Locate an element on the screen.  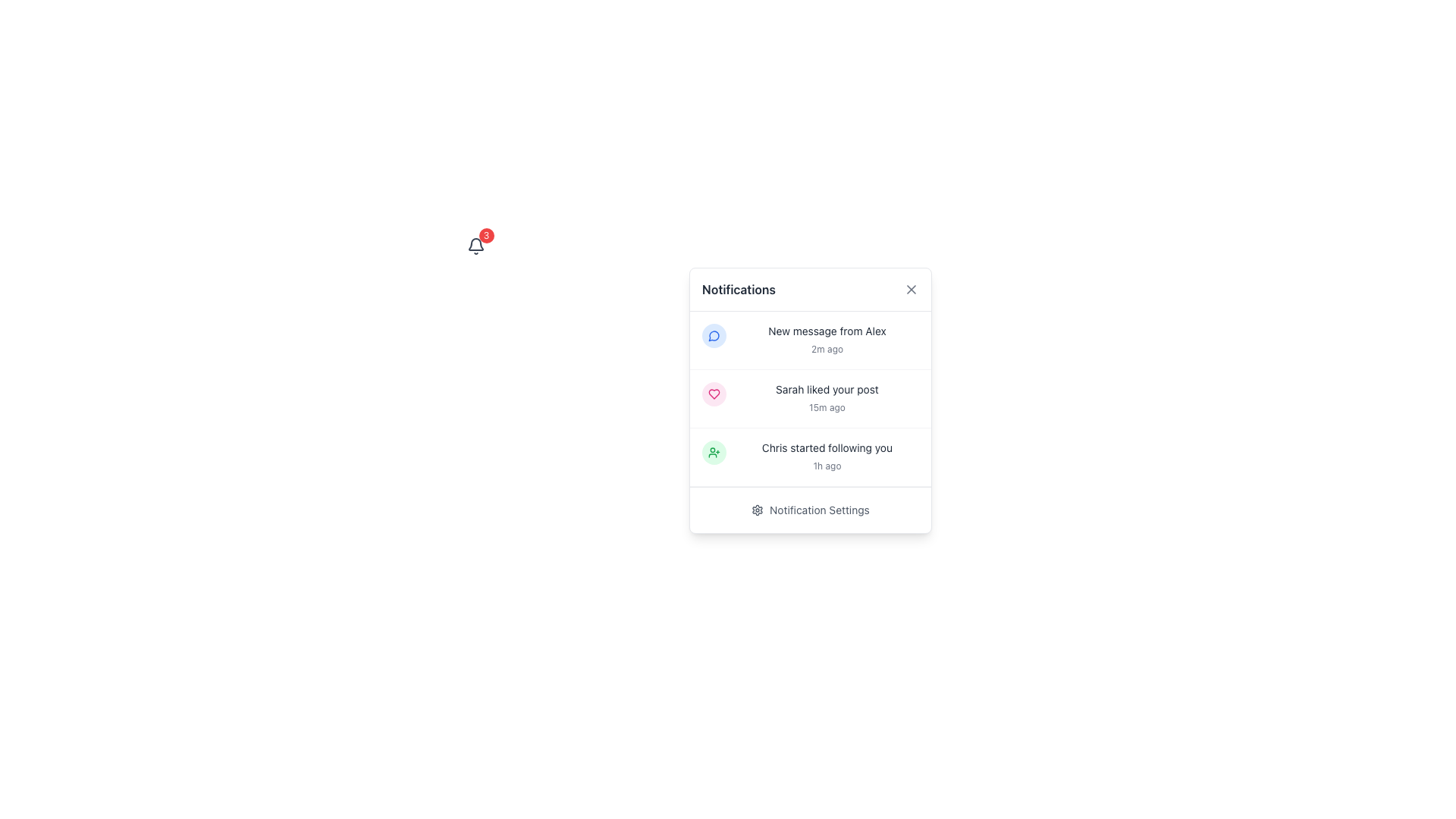
the notification icon that symbolizes direct messages or comment interactions, which is centrally located within the application window in the notification panel is located at coordinates (713, 335).